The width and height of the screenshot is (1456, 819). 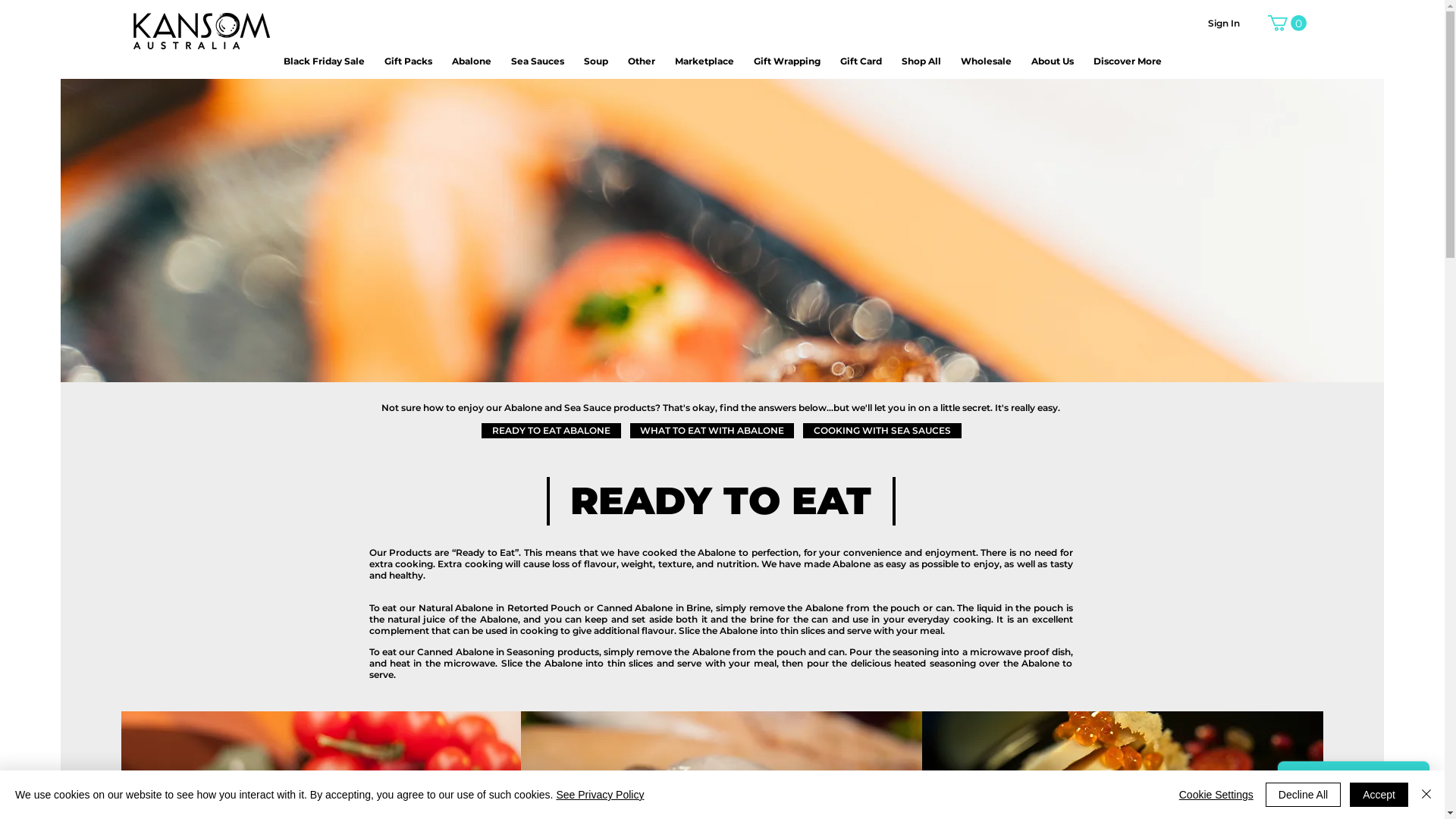 What do you see at coordinates (861, 60) in the screenshot?
I see `'Gift Card'` at bounding box center [861, 60].